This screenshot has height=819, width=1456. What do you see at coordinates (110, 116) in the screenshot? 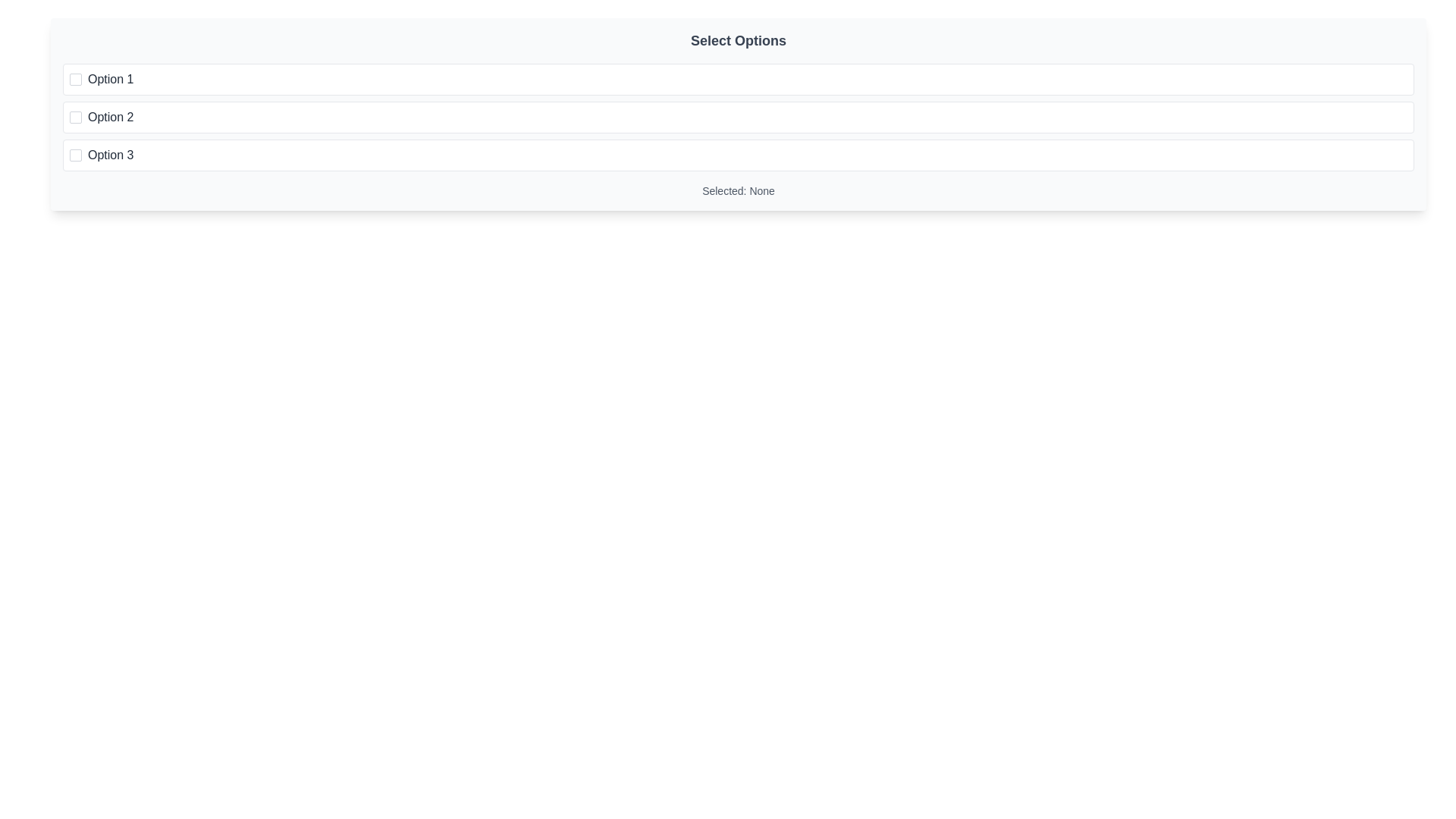
I see `text from the second selectable option text label located below 'Option 1' and above 'Option 3' in the central section of the interface` at bounding box center [110, 116].